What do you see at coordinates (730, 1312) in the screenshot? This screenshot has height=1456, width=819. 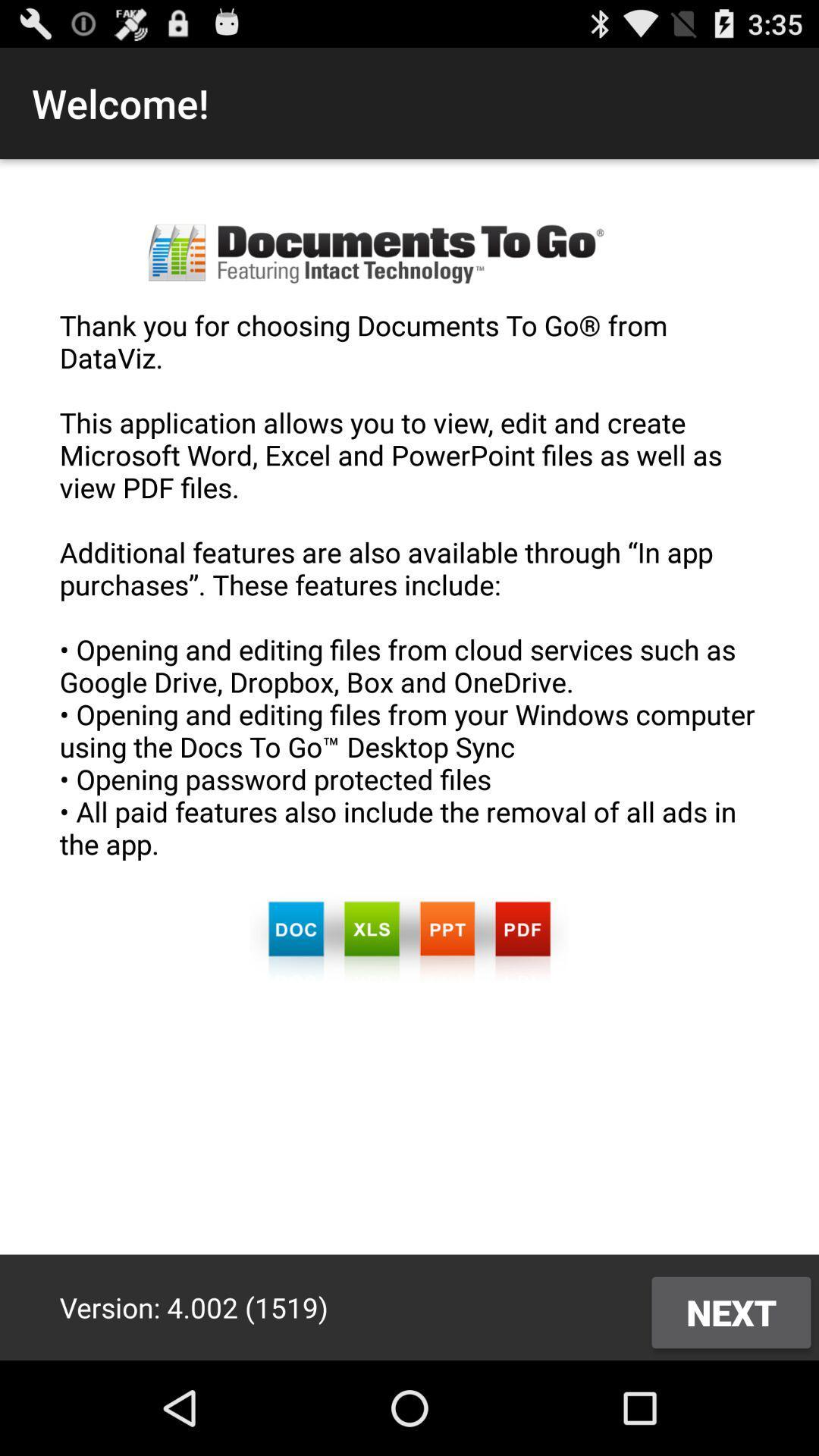 I see `the item next to version 4 002 app` at bounding box center [730, 1312].